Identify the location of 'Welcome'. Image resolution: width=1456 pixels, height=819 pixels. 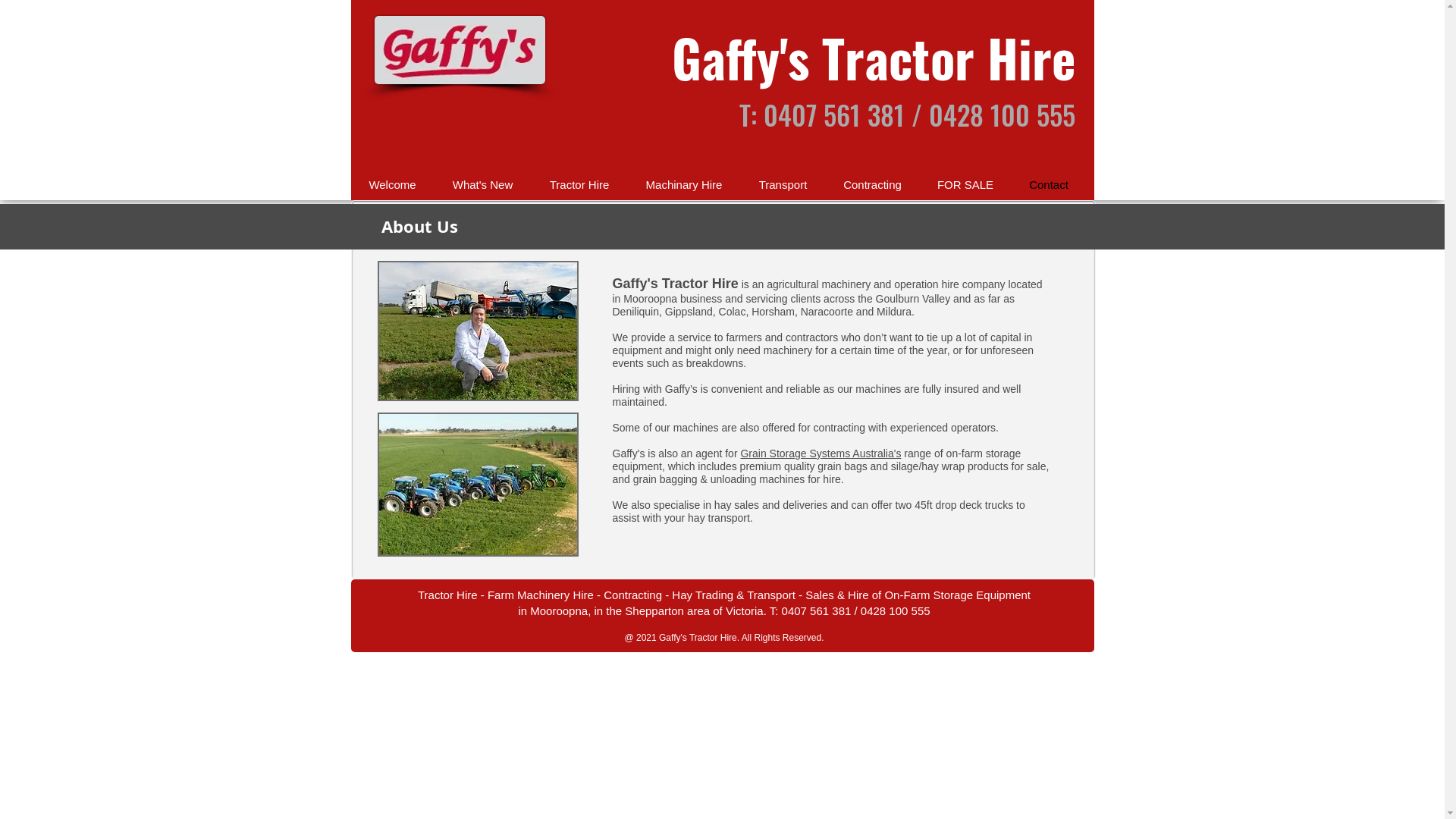
(349, 184).